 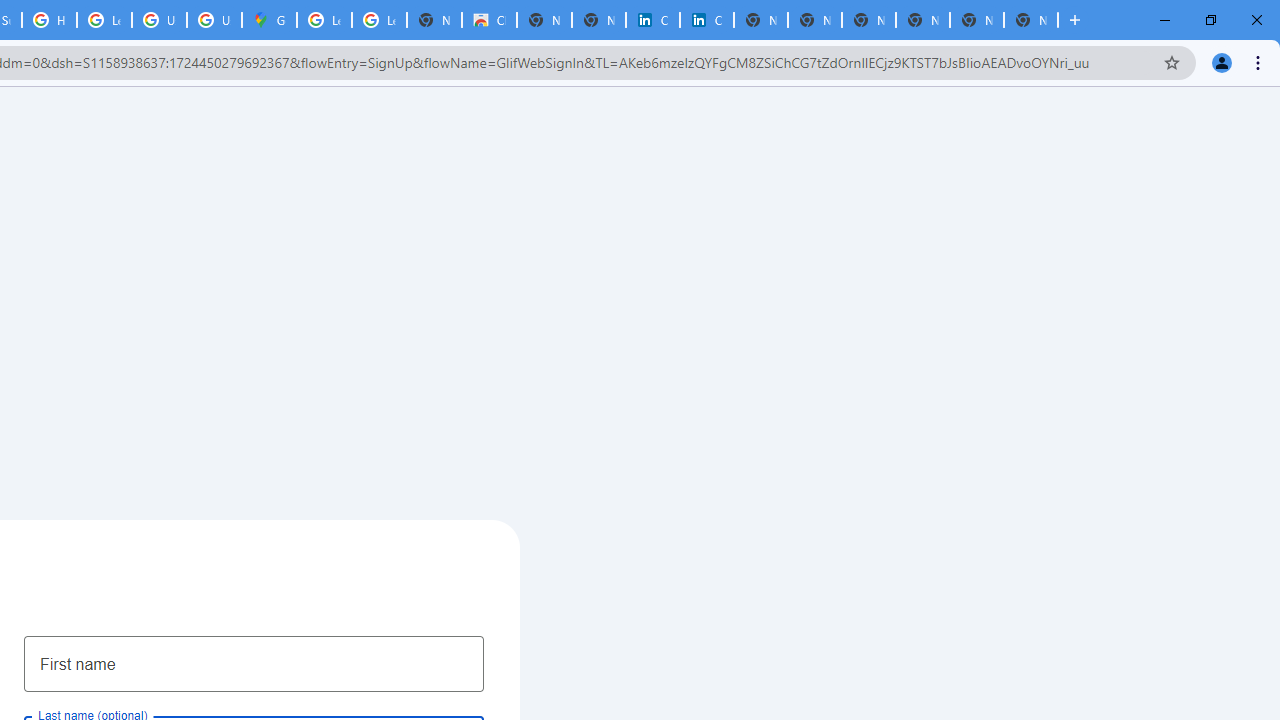 I want to click on 'Cookie Policy | LinkedIn', so click(x=652, y=20).